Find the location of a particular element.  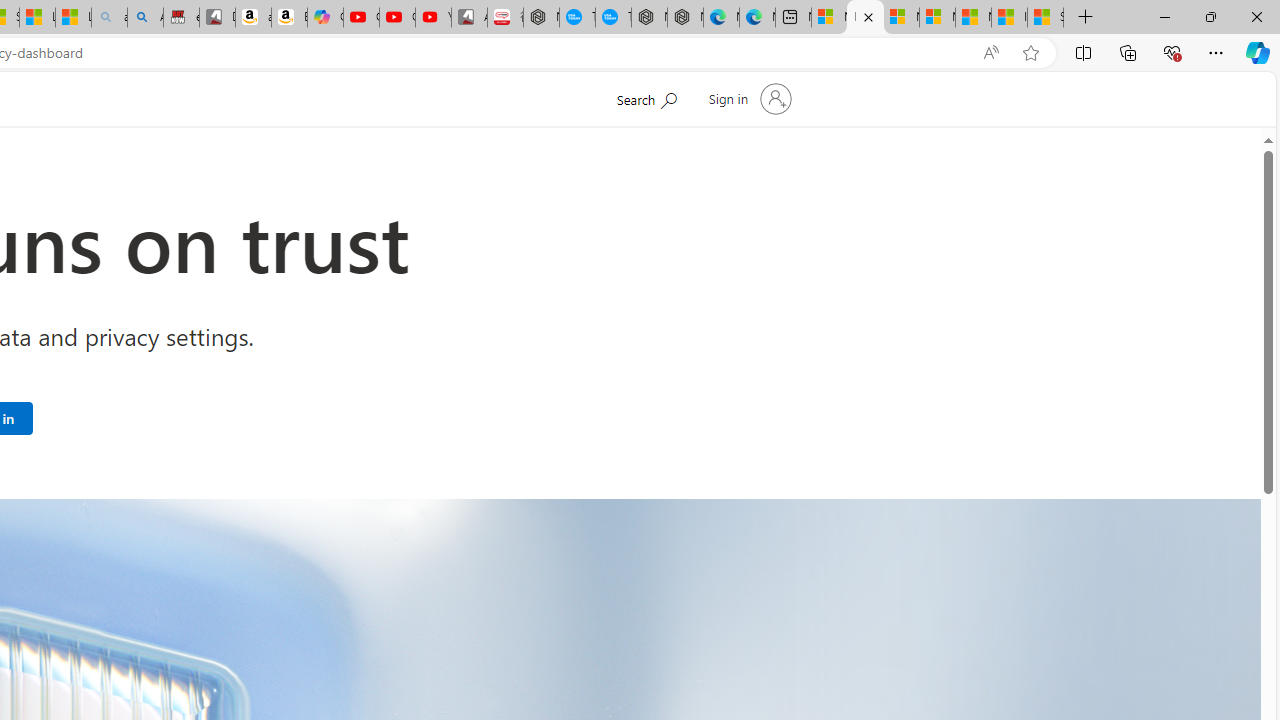

'Microsoft account | Privacy' is located at coordinates (936, 17).